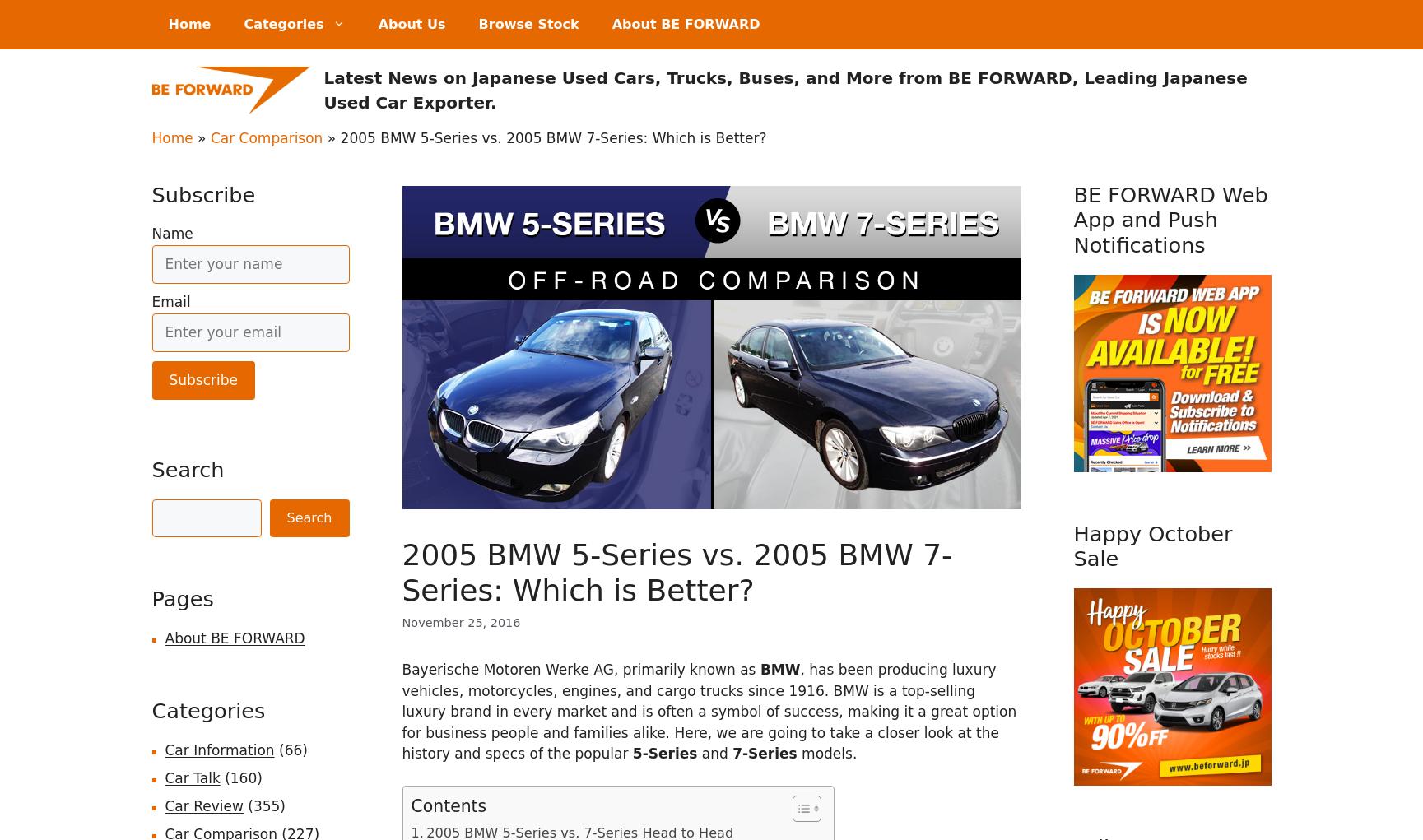  I want to click on 'Car Information', so click(219, 750).